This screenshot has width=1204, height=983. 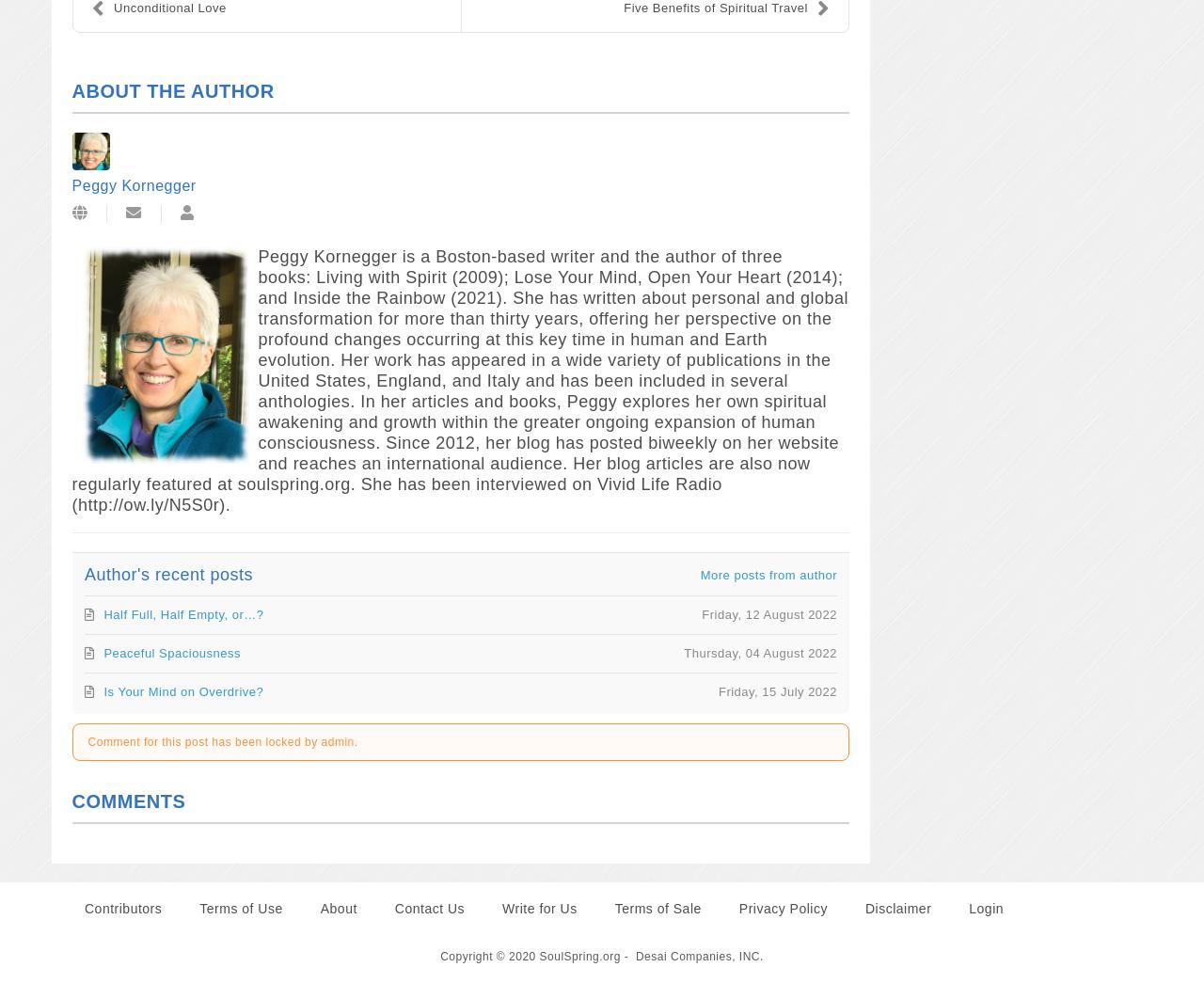 I want to click on 'About the author', so click(x=172, y=90).